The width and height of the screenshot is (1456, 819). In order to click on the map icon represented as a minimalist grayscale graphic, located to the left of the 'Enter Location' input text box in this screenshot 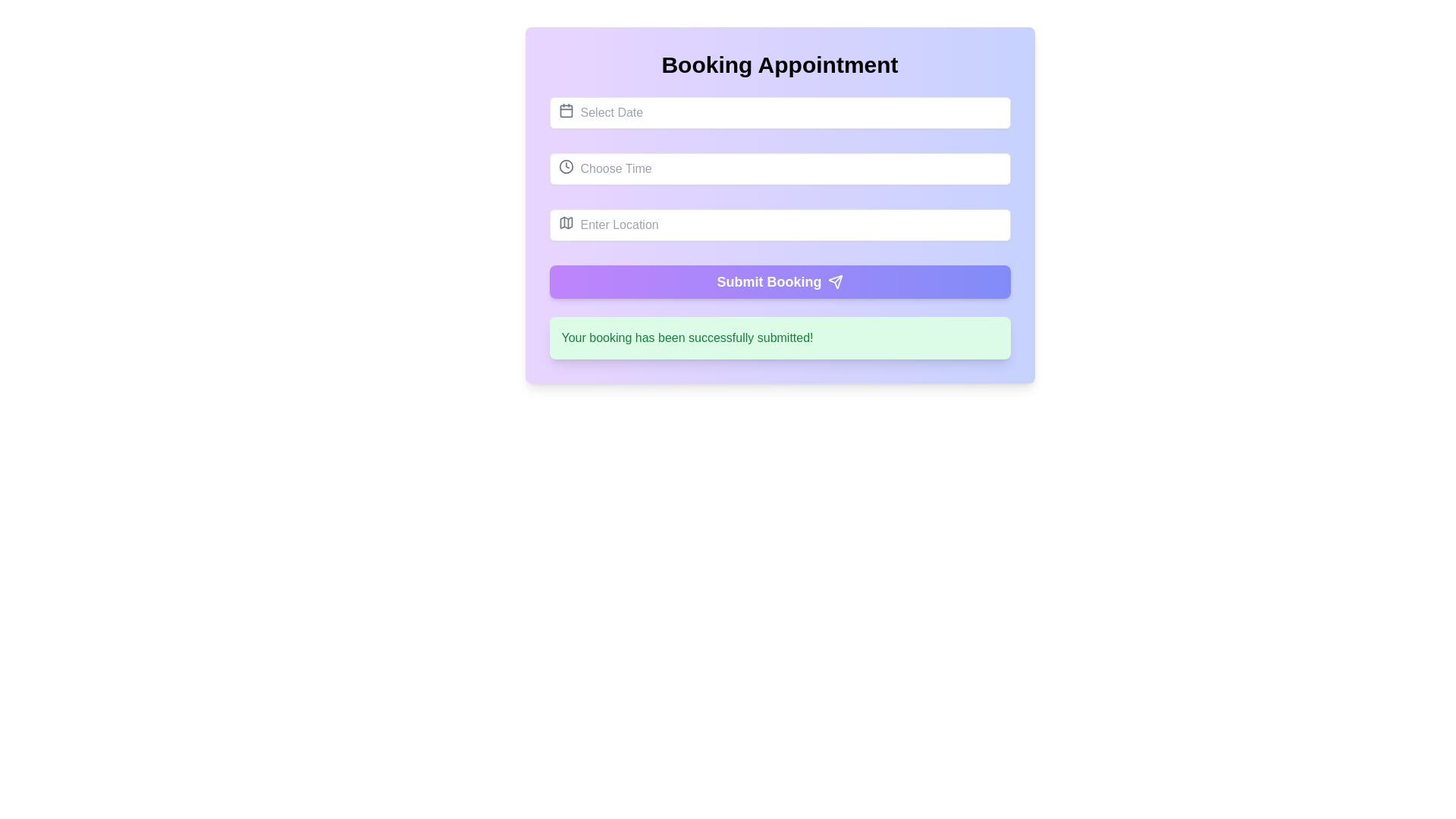, I will do `click(565, 222)`.